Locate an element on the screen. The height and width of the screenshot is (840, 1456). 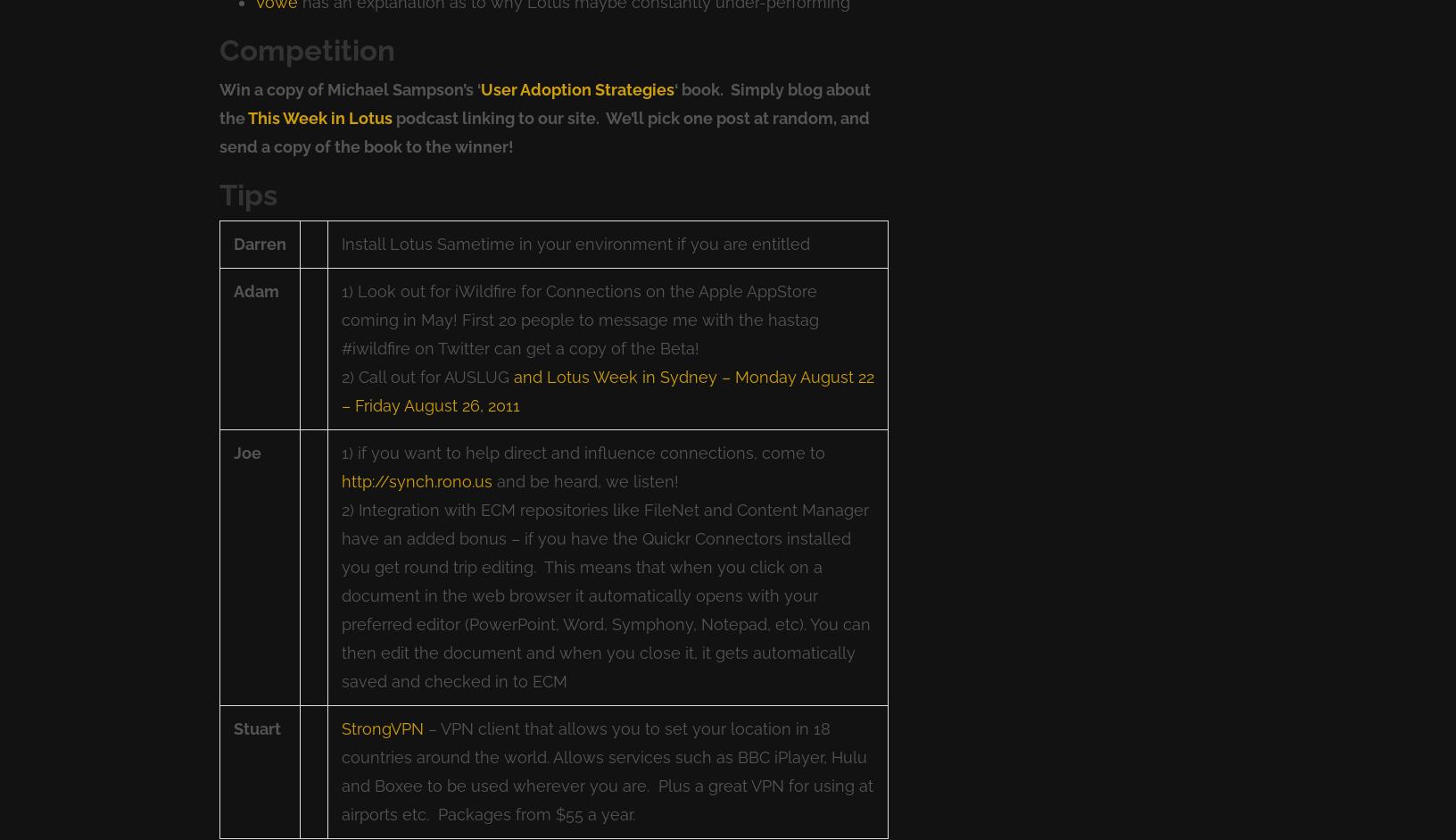
'Install Lotus Sametime in your environment if you are entitled' is located at coordinates (575, 244).